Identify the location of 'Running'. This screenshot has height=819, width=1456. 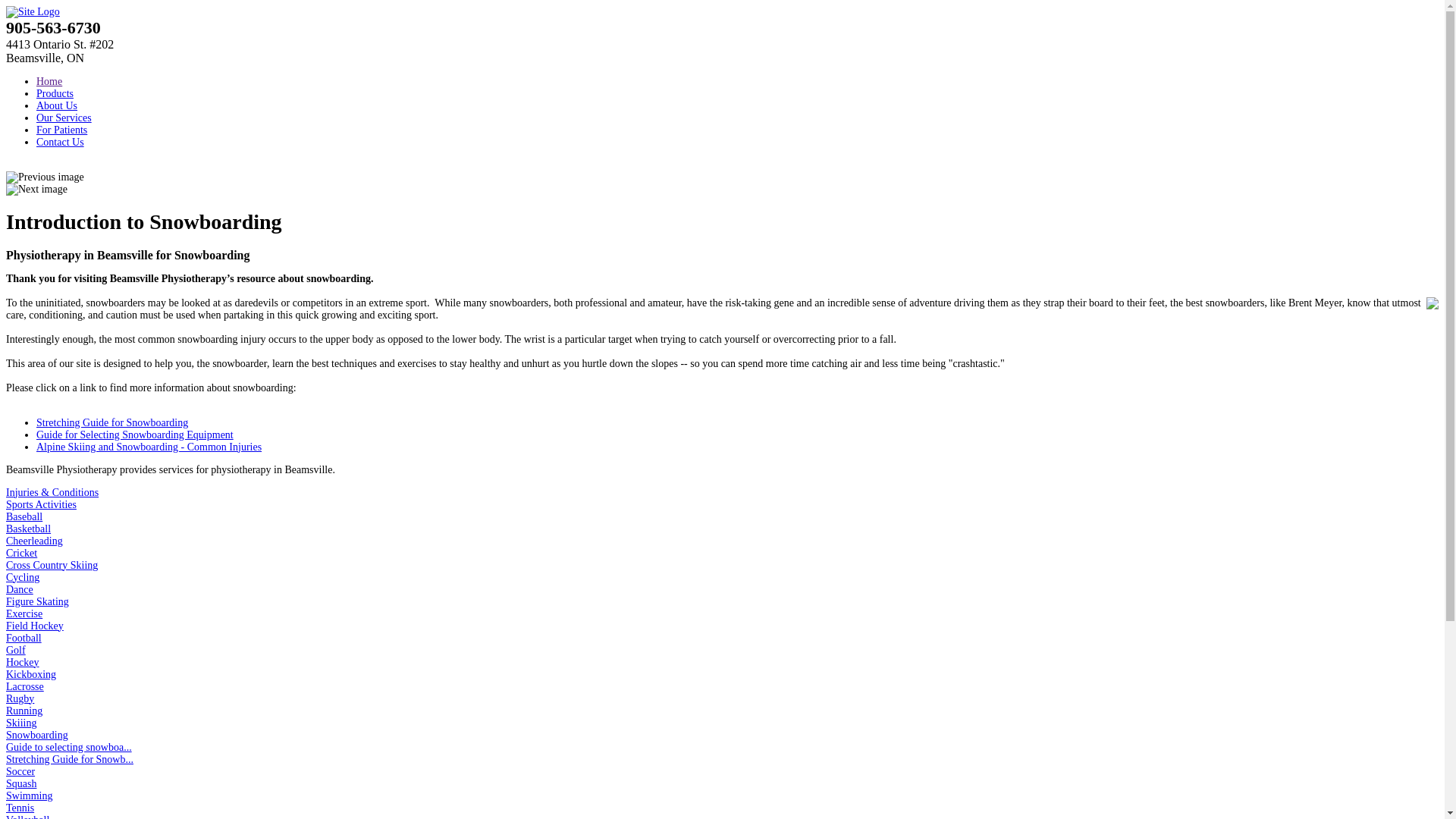
(24, 711).